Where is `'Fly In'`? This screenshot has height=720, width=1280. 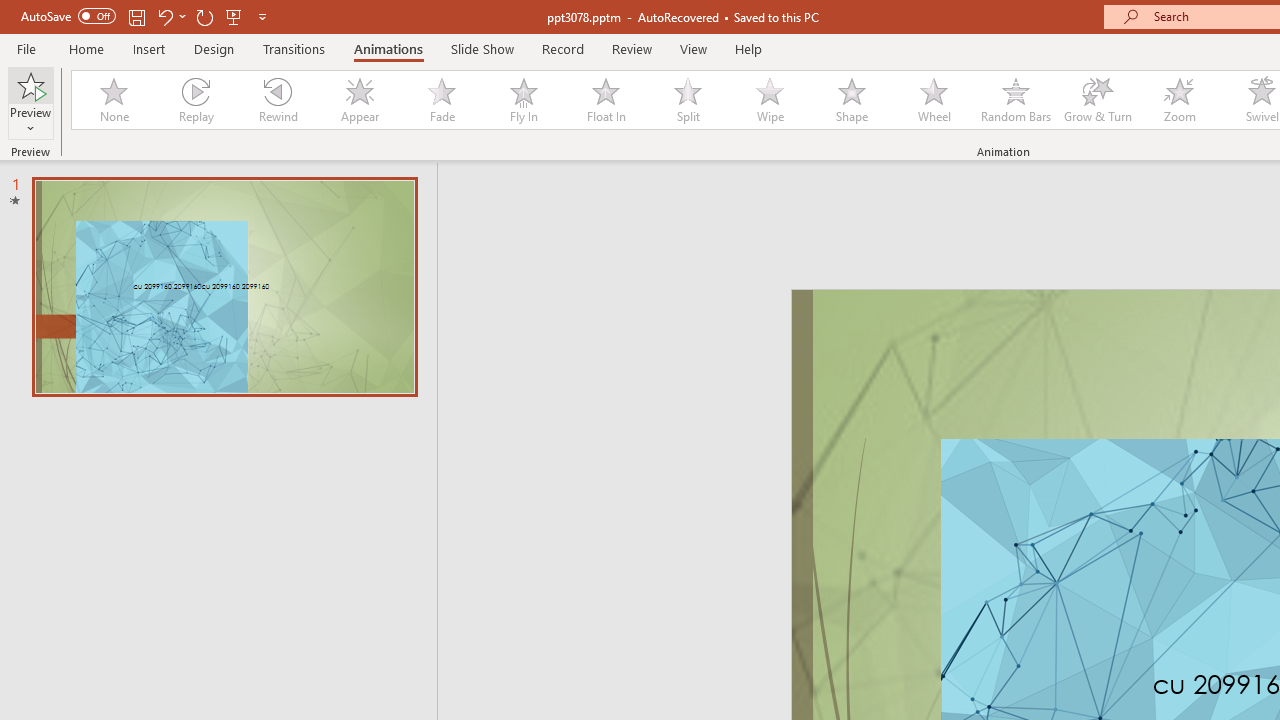
'Fly In' is located at coordinates (523, 100).